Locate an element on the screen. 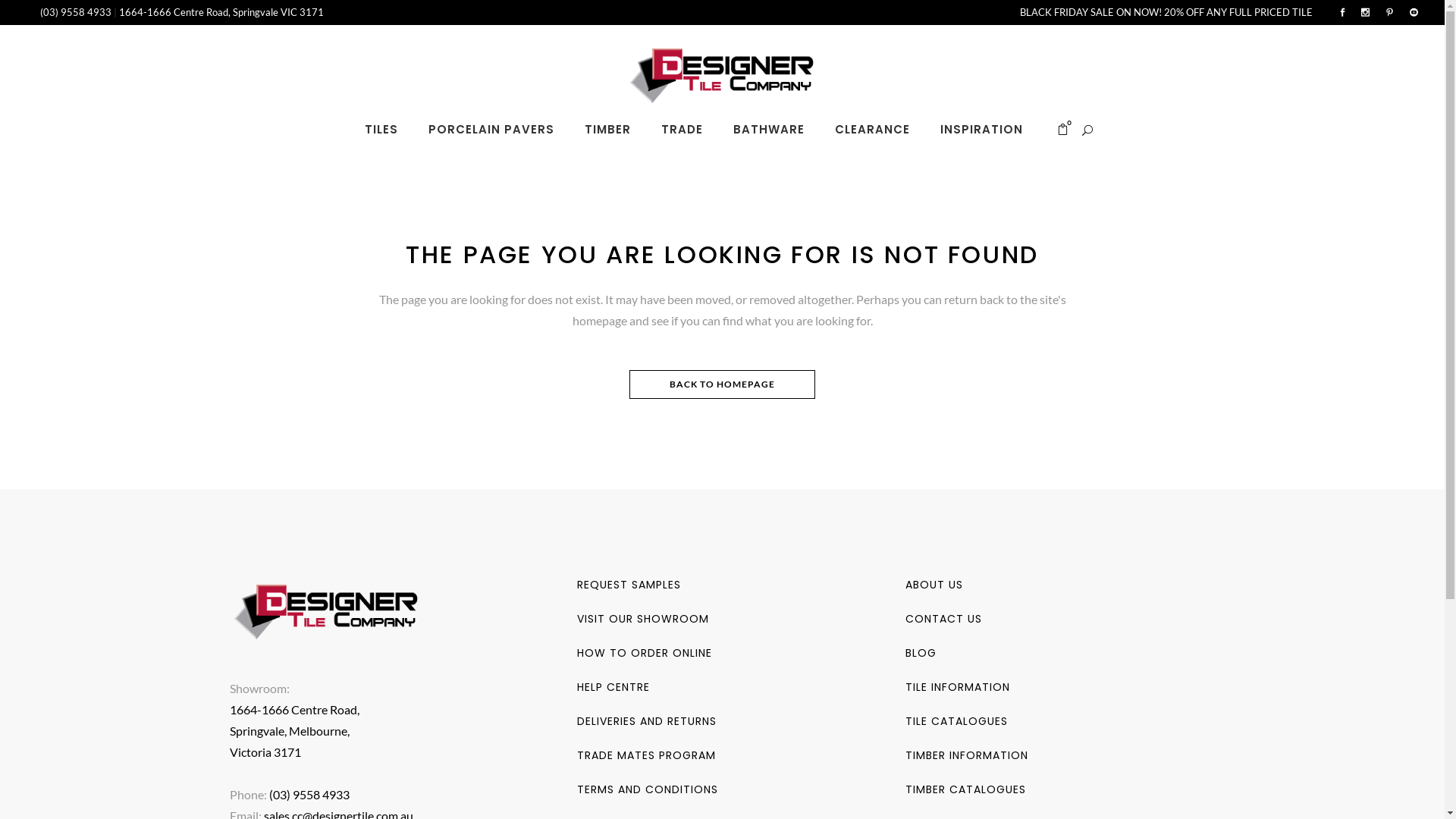 Image resolution: width=1456 pixels, height=819 pixels. '(03) 9558 4933' is located at coordinates (76, 11).